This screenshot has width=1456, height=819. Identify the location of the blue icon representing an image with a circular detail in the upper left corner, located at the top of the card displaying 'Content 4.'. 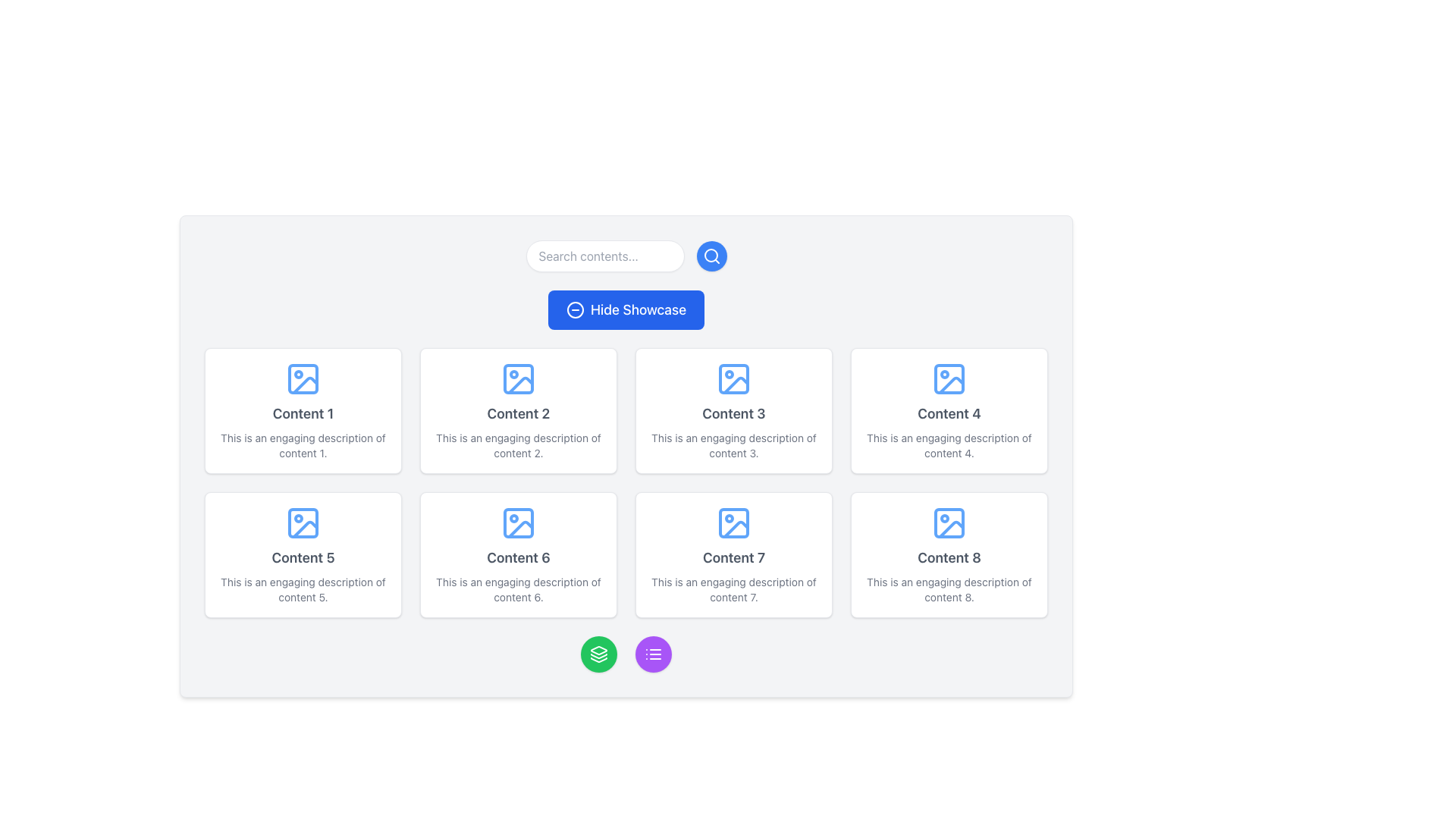
(949, 378).